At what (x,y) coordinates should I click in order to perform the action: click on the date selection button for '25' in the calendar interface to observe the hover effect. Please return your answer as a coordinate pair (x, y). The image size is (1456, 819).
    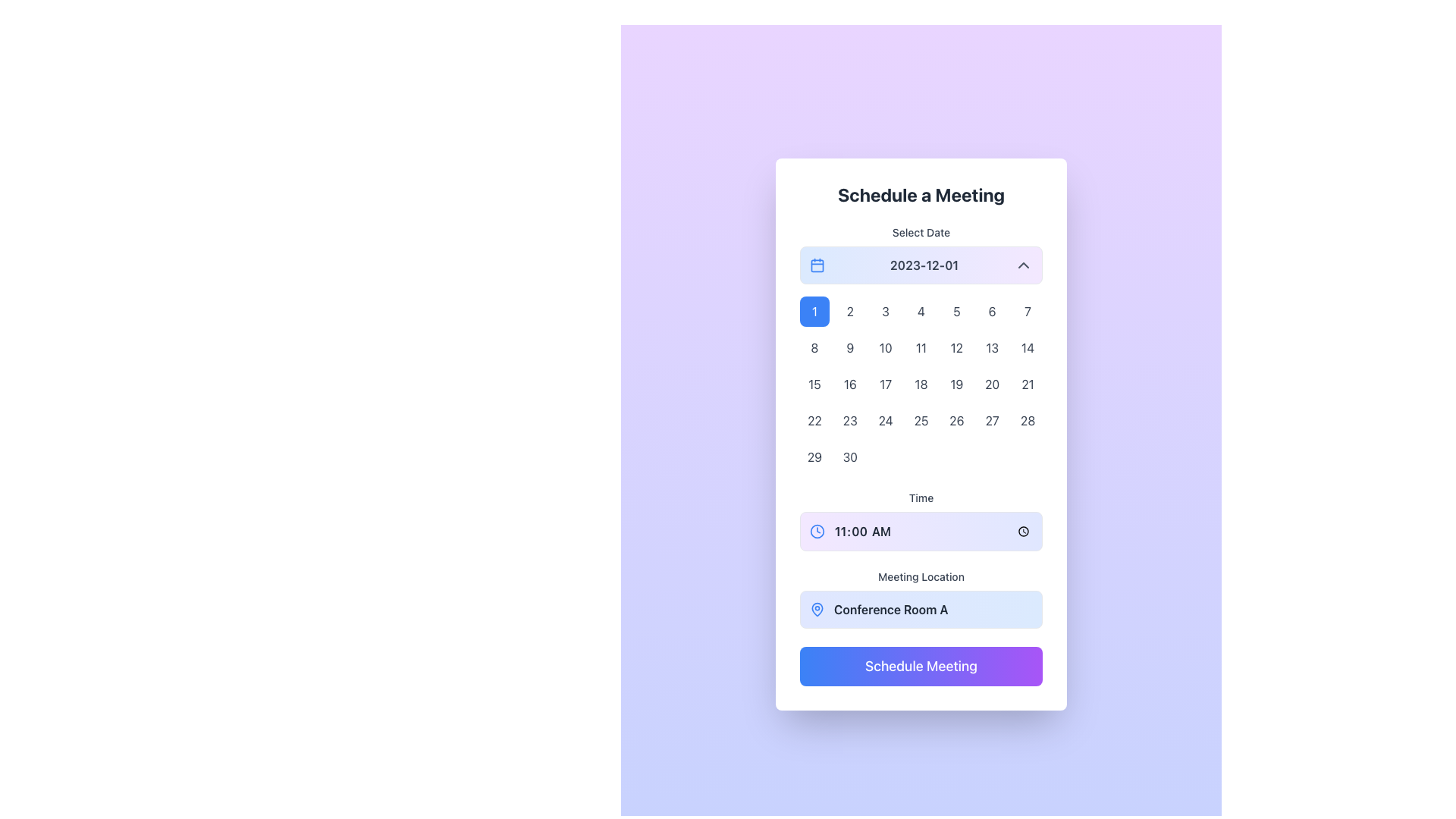
    Looking at the image, I should click on (920, 421).